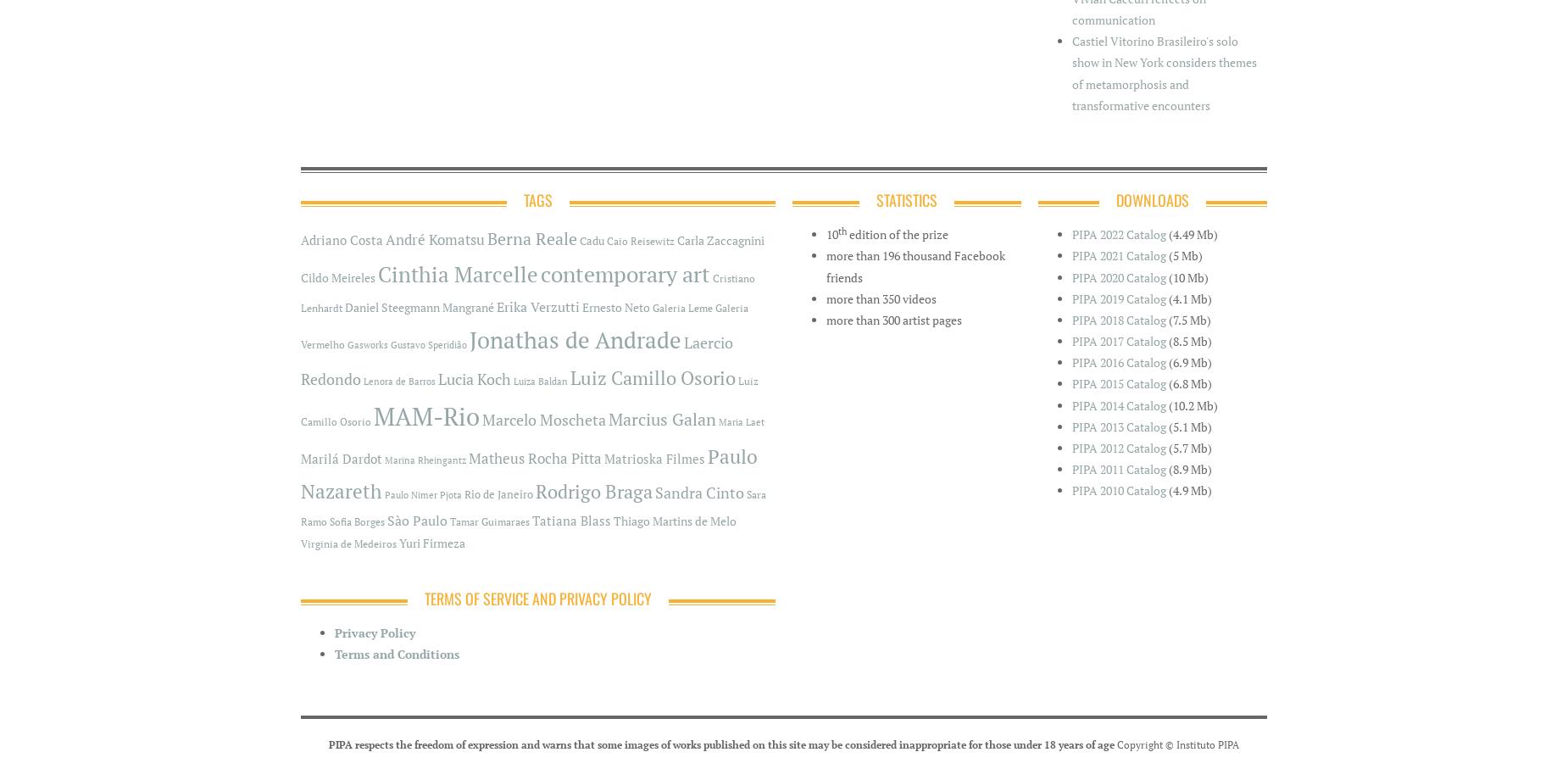 The image size is (1568, 780). What do you see at coordinates (535, 458) in the screenshot?
I see `'Matheus Rocha Pitta'` at bounding box center [535, 458].